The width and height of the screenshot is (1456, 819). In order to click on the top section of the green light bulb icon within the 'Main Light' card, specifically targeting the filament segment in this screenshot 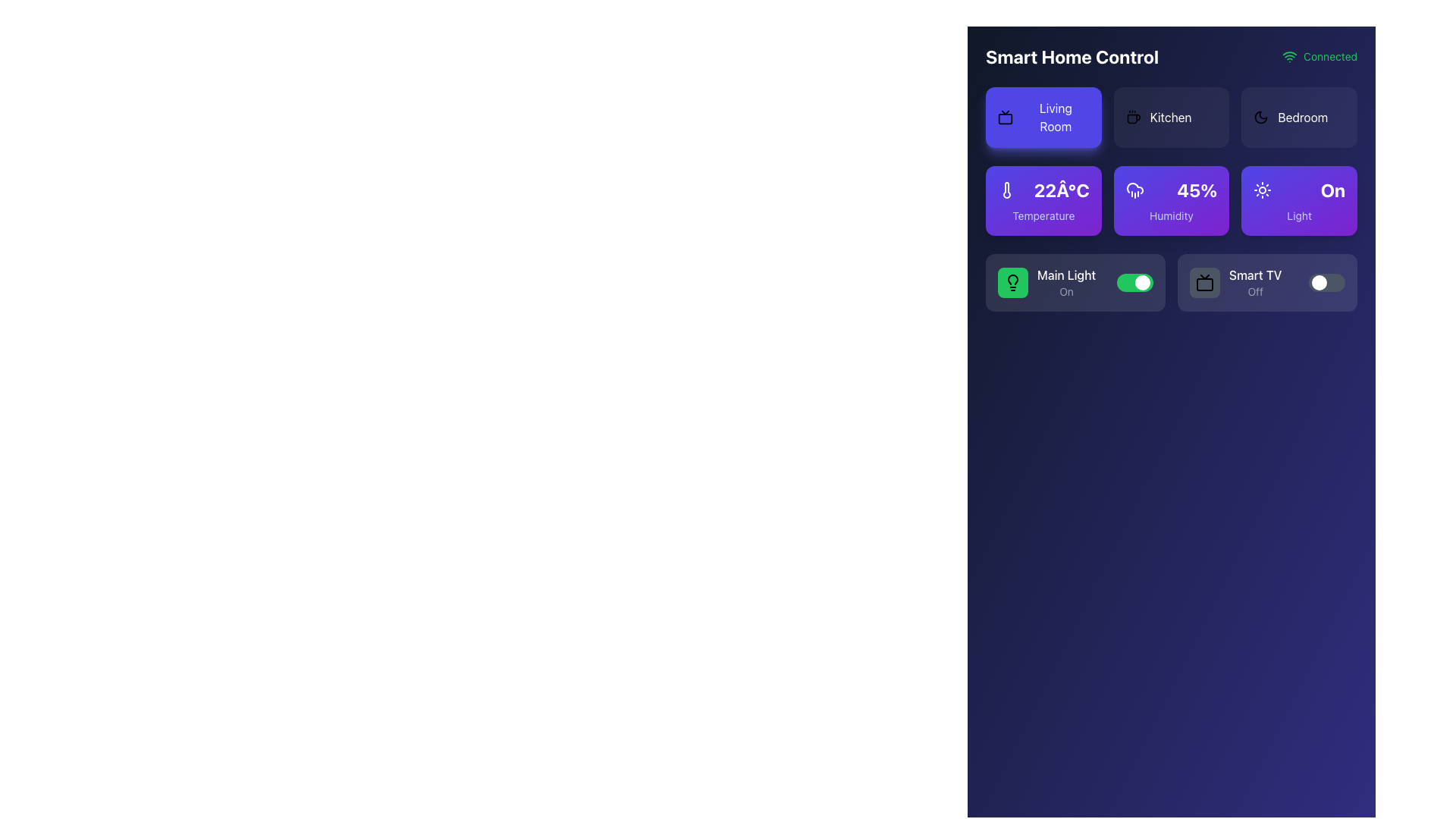, I will do `click(1012, 280)`.